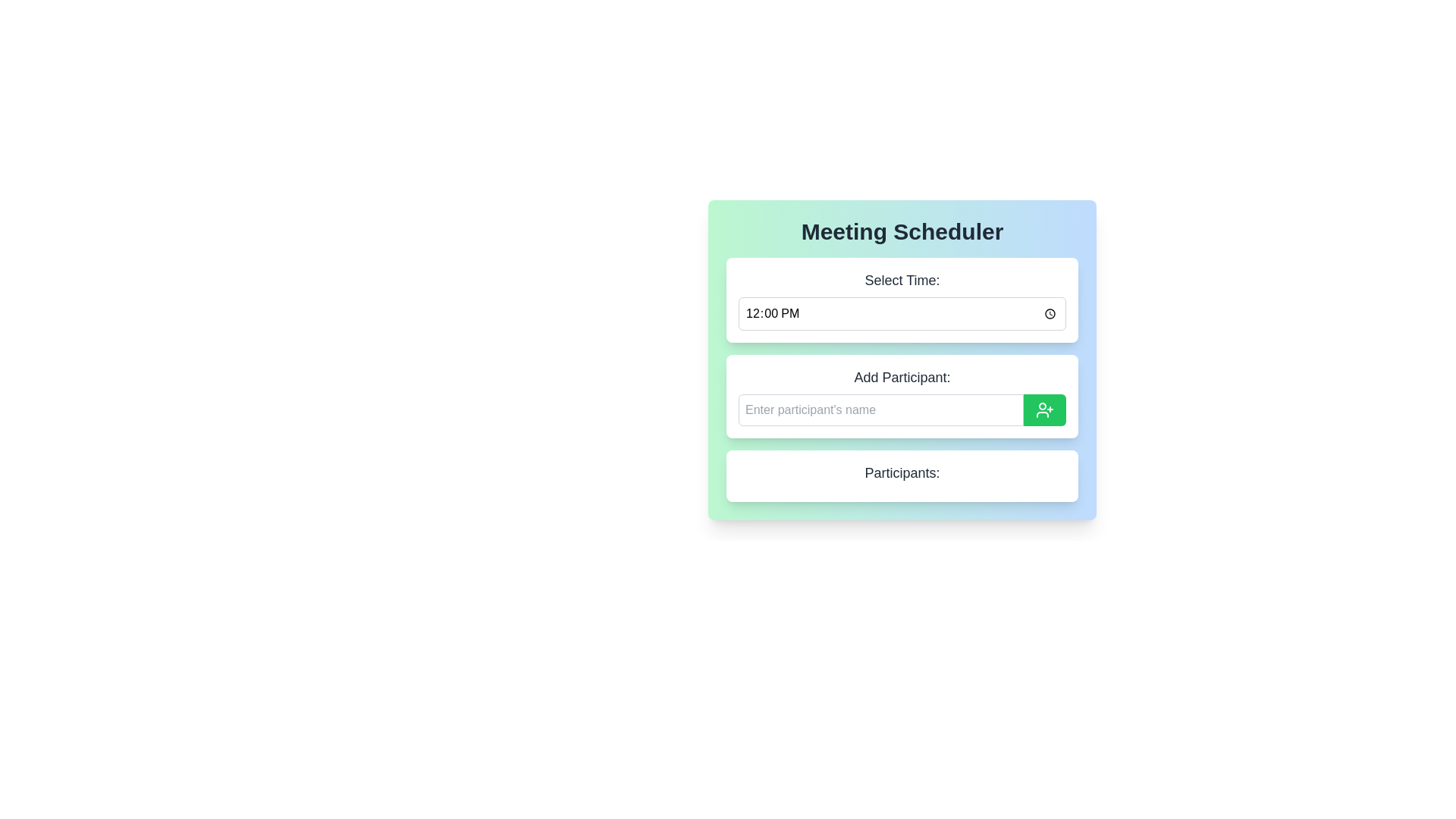  I want to click on the green button with a white user-add icon, so click(1043, 409).